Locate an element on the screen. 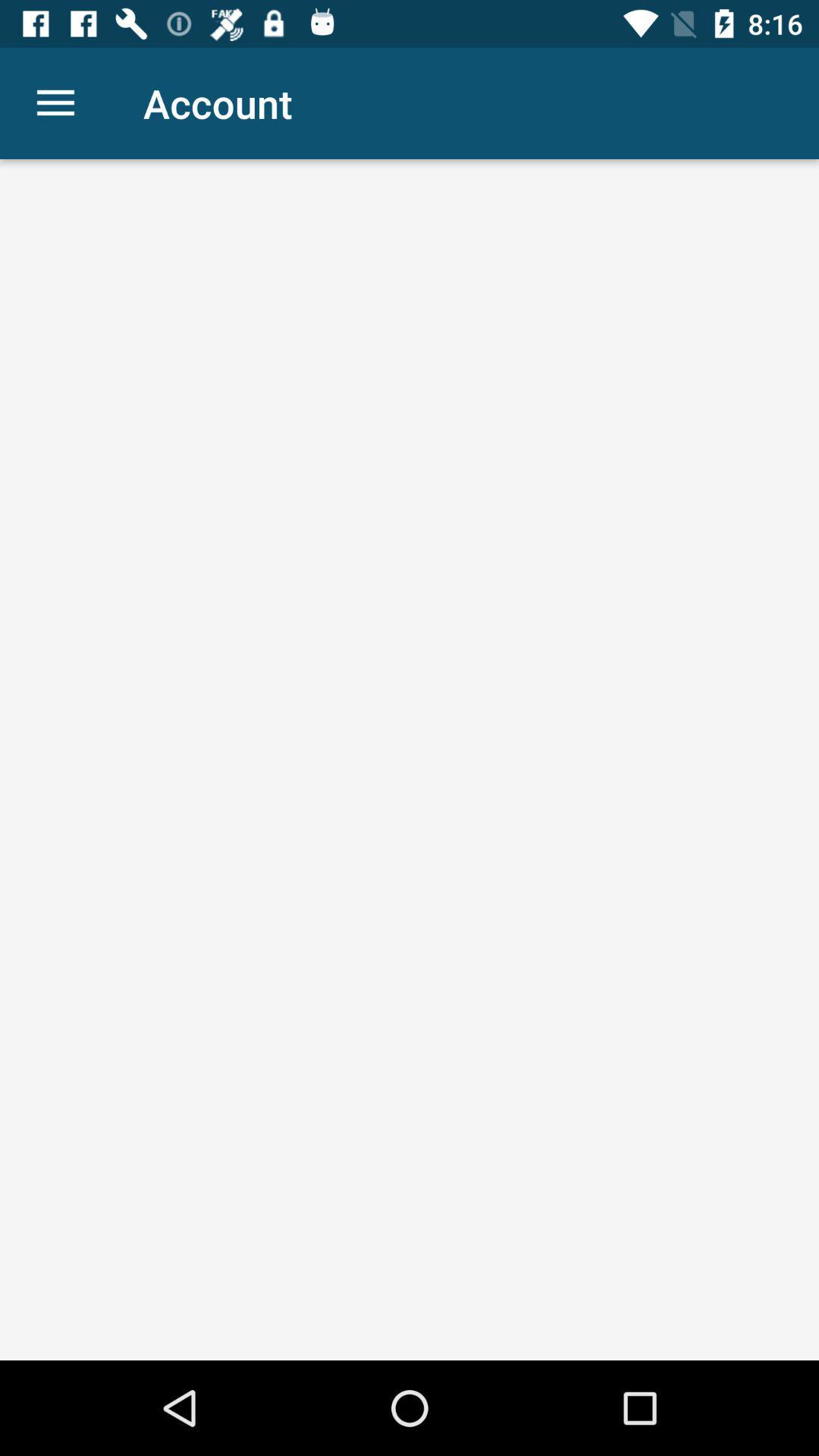 The height and width of the screenshot is (1456, 819). item next to account item is located at coordinates (55, 102).